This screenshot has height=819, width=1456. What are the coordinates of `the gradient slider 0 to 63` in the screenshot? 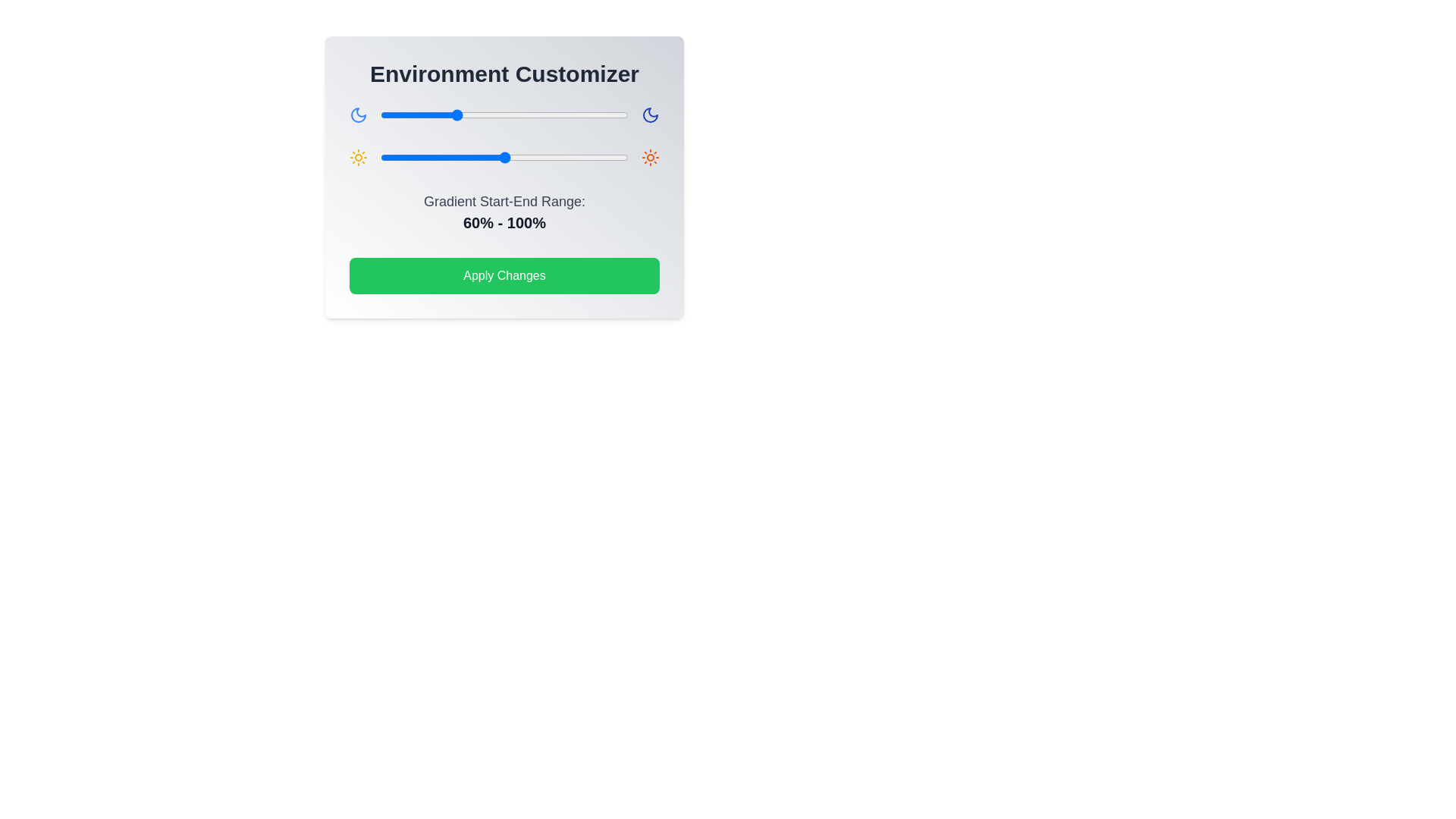 It's located at (457, 114).